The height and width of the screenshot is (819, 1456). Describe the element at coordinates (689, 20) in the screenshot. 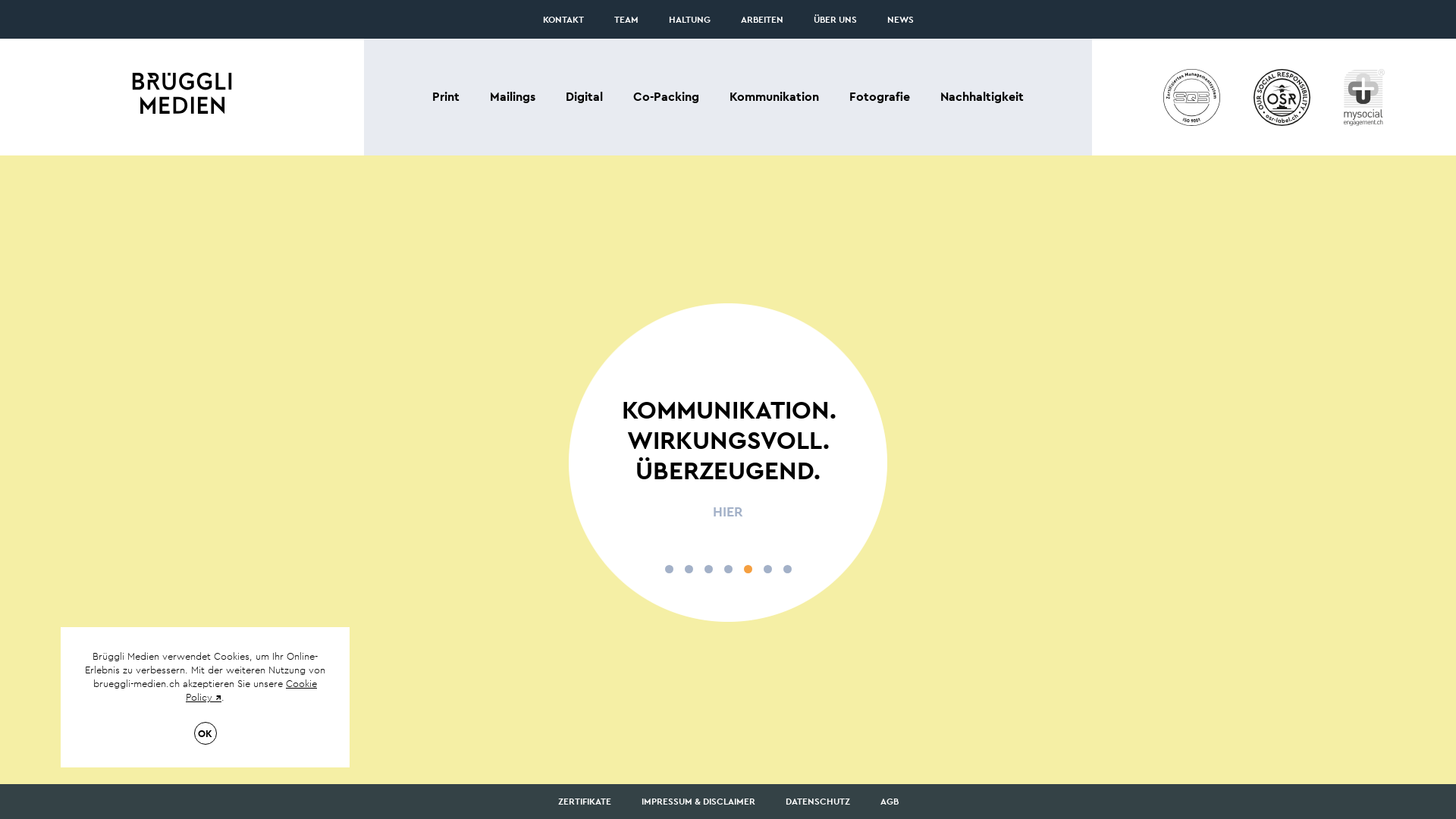

I see `'HALTUNG'` at that location.